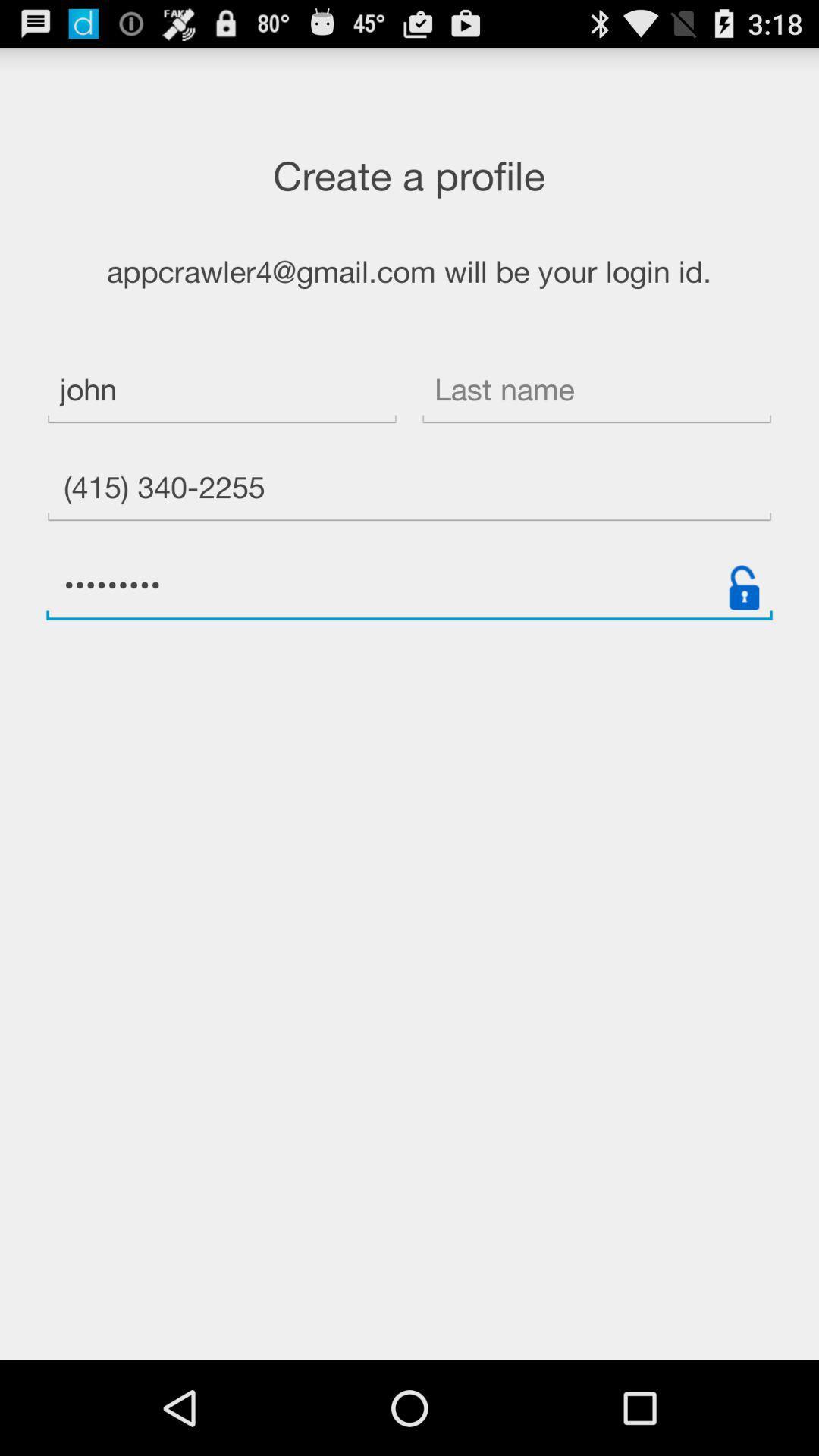 This screenshot has height=1456, width=819. What do you see at coordinates (221, 392) in the screenshot?
I see `item at the top left corner` at bounding box center [221, 392].